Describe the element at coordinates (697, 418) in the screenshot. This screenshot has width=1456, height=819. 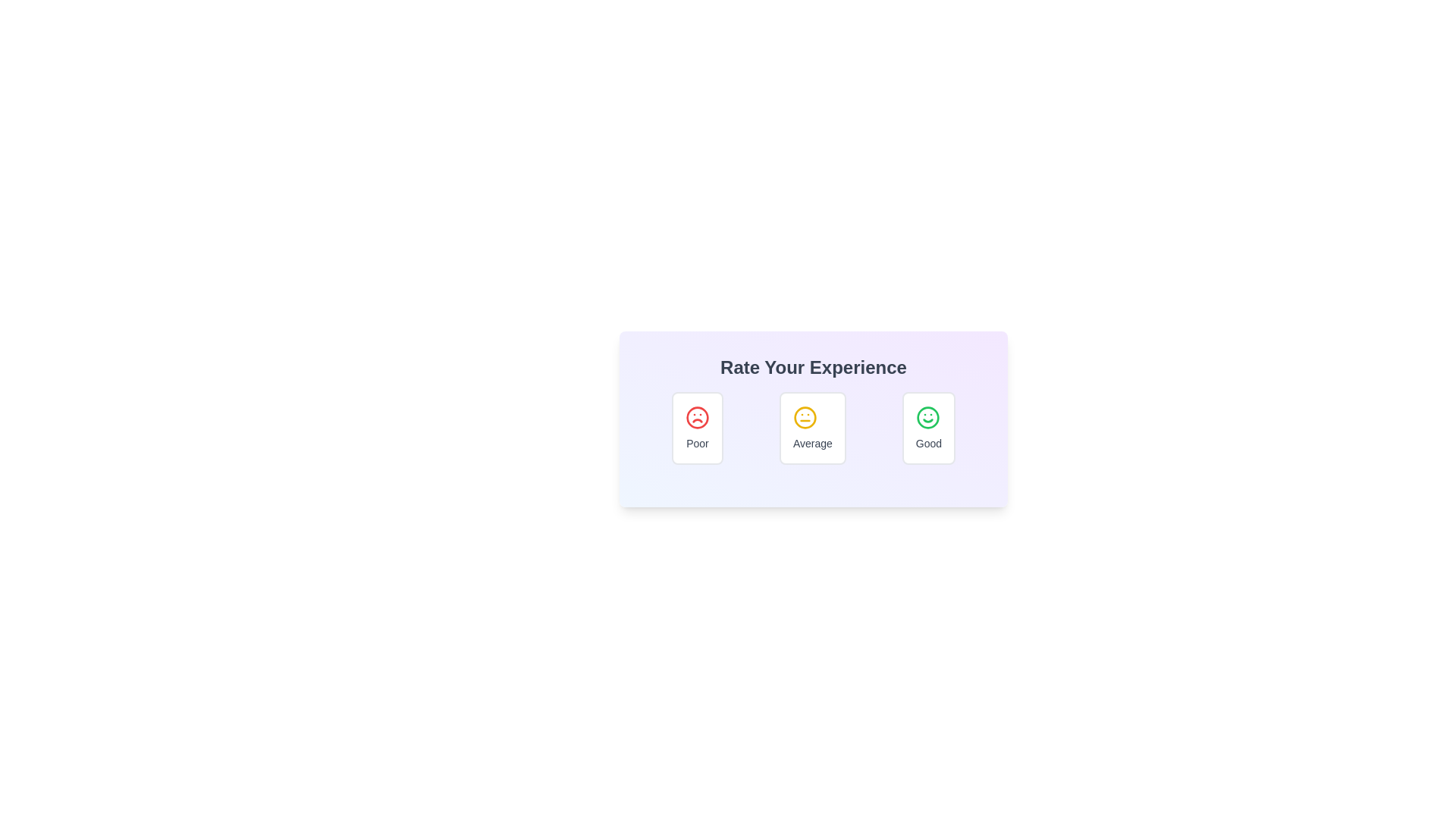
I see `the 'Poor' rating indicator icon` at that location.